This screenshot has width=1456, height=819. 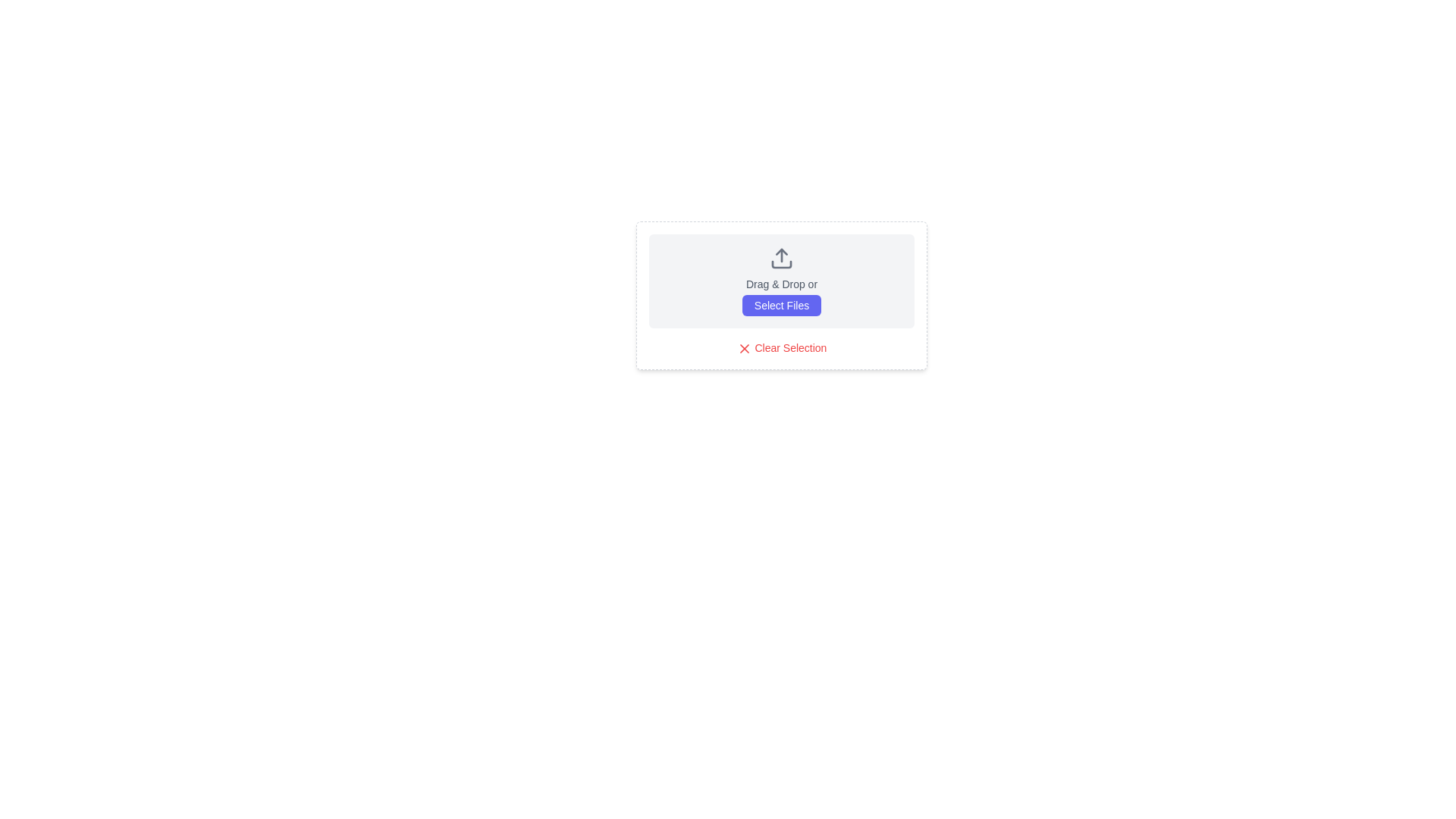 What do you see at coordinates (782, 284) in the screenshot?
I see `the text block displaying 'Drag & Drop or', which is styled in a small gray font and centered above the 'Select Files' button` at bounding box center [782, 284].